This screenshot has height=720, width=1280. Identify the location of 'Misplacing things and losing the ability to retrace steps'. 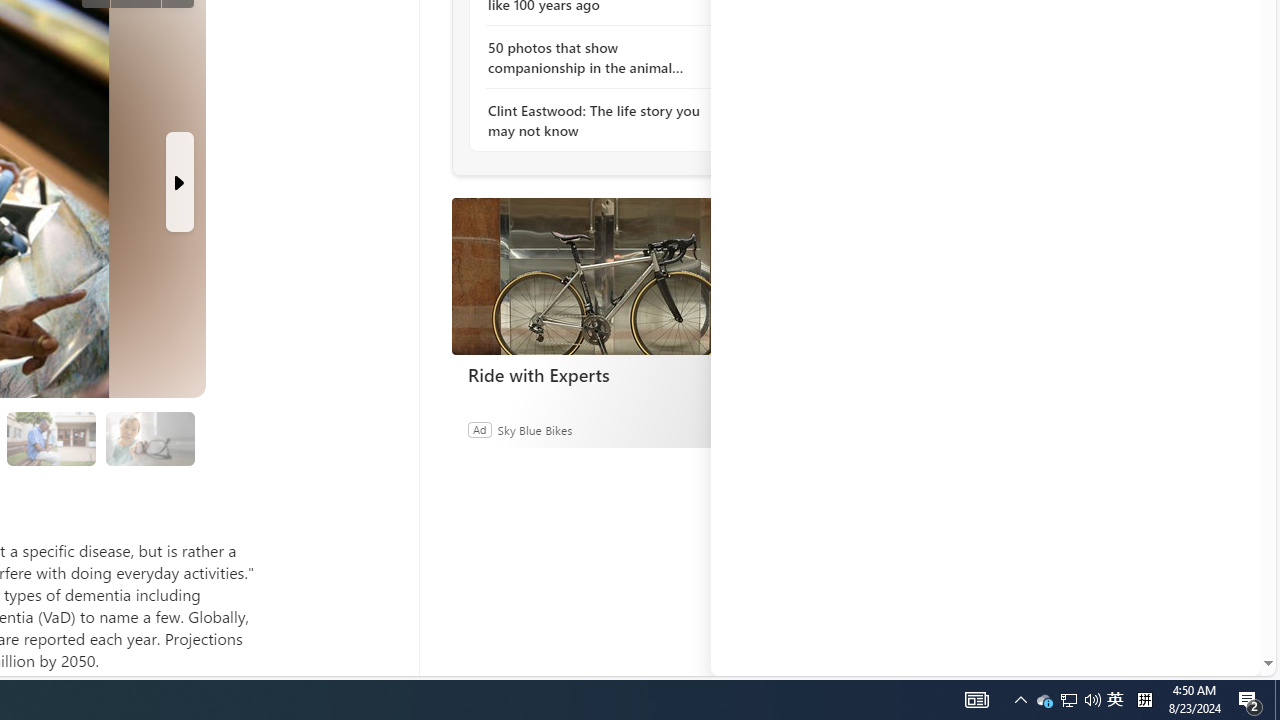
(148, 437).